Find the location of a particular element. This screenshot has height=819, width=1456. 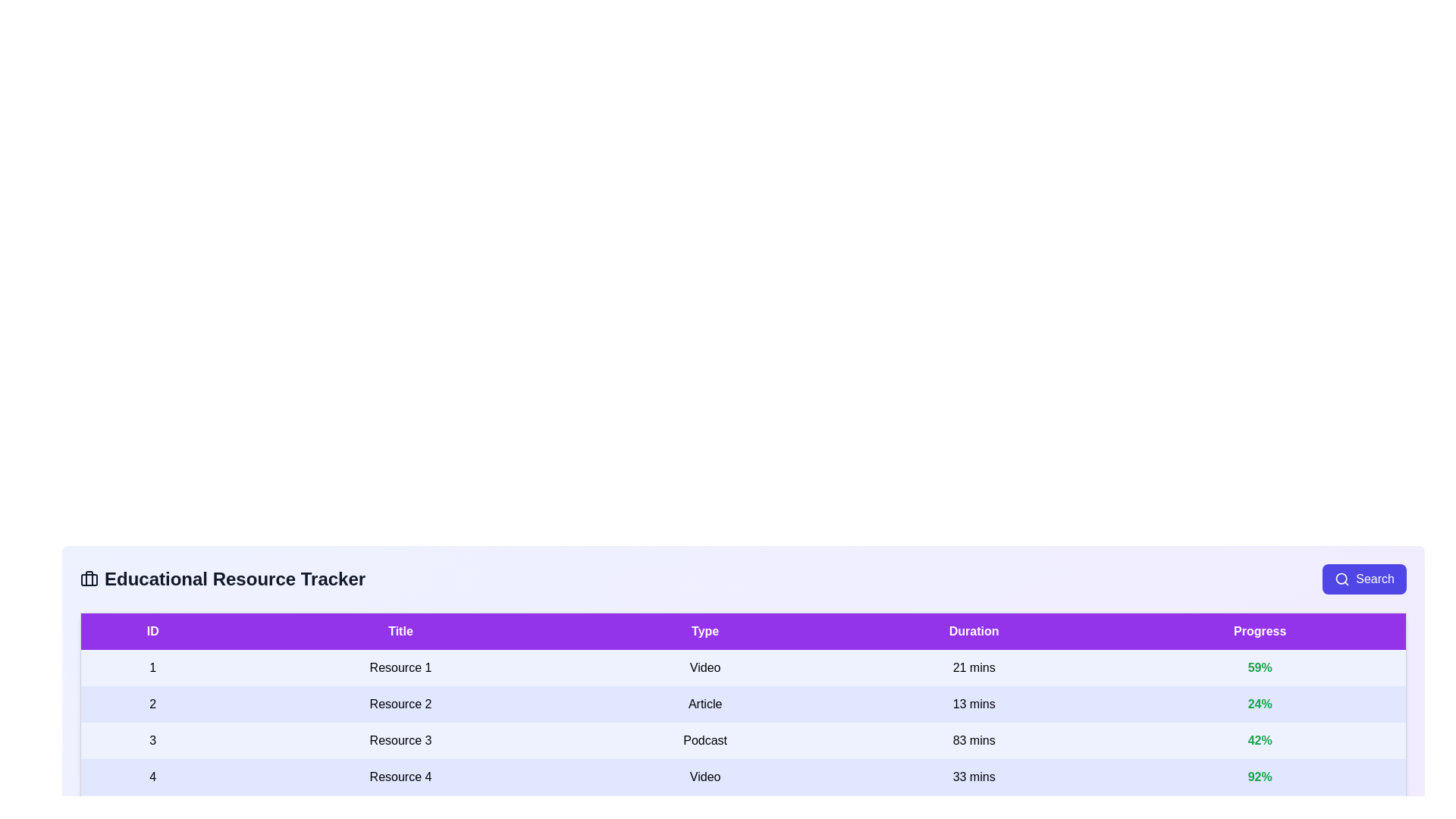

the column header Title to sort the resources by that column is located at coordinates (400, 631).